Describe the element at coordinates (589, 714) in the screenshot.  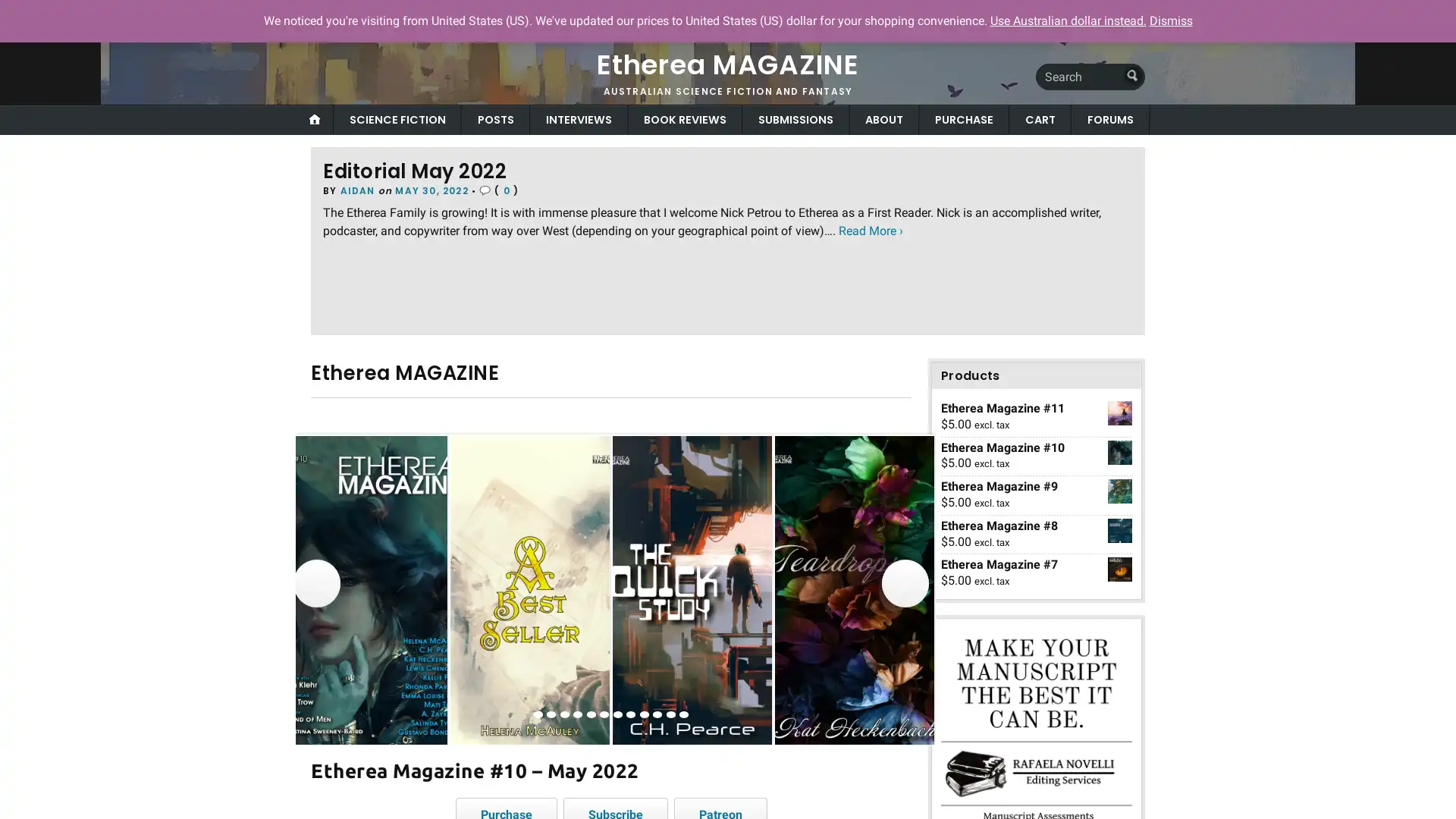
I see `view image 5 of 12 in carousel` at that location.